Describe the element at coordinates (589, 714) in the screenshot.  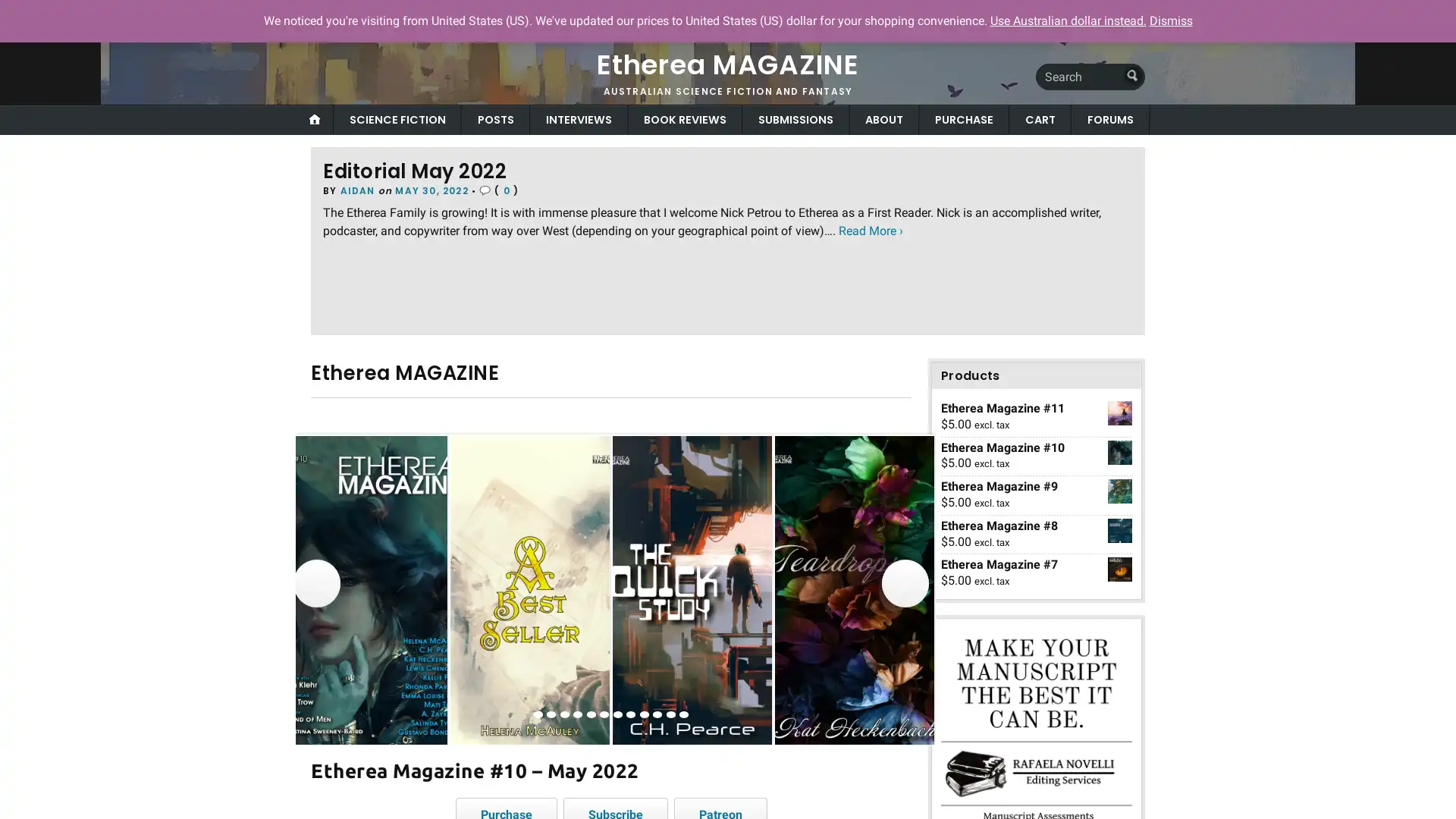
I see `view image 5 of 12 in carousel` at that location.